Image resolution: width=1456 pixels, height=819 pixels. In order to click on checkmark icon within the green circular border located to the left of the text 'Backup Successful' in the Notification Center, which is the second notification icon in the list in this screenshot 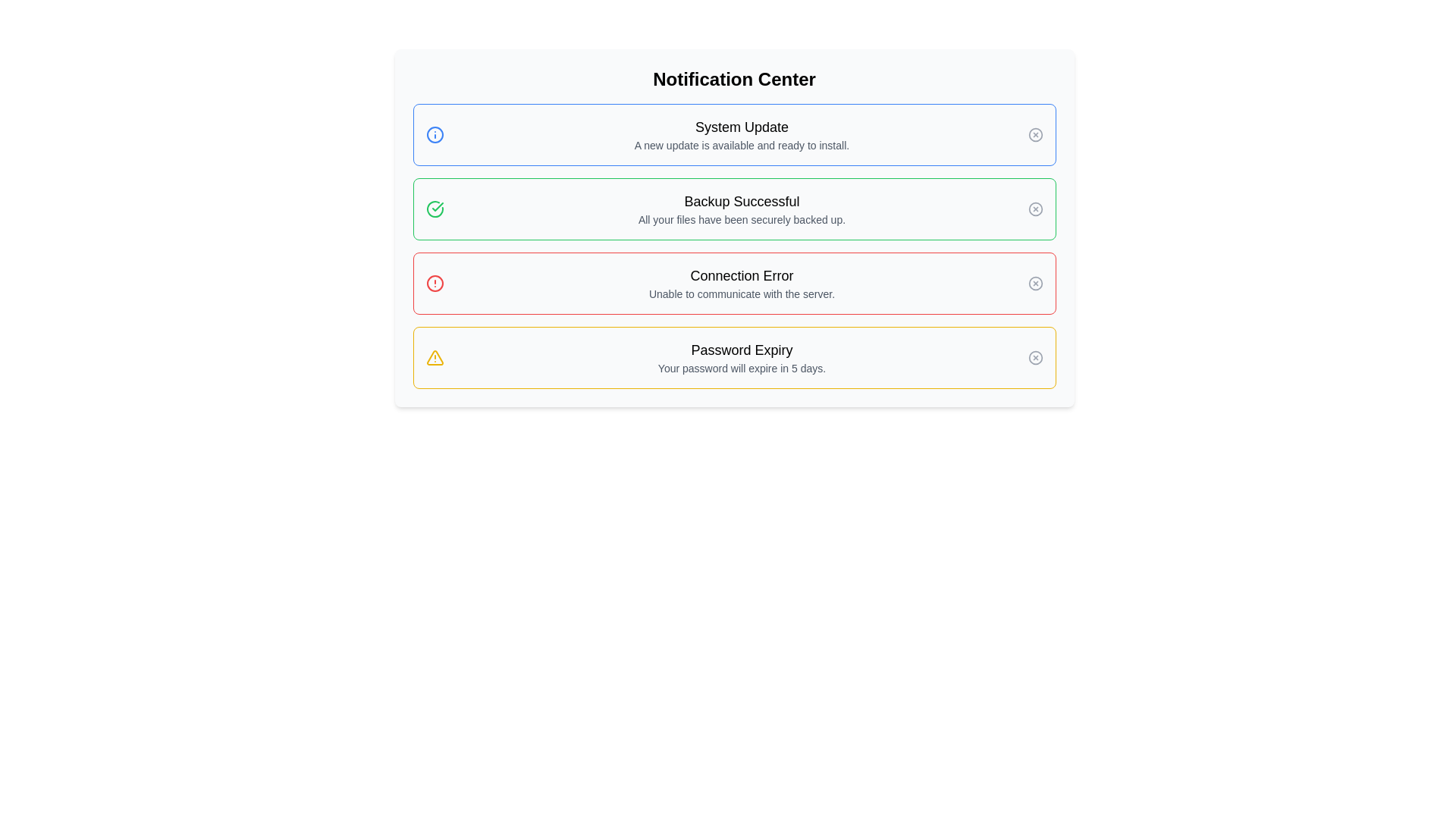, I will do `click(436, 207)`.